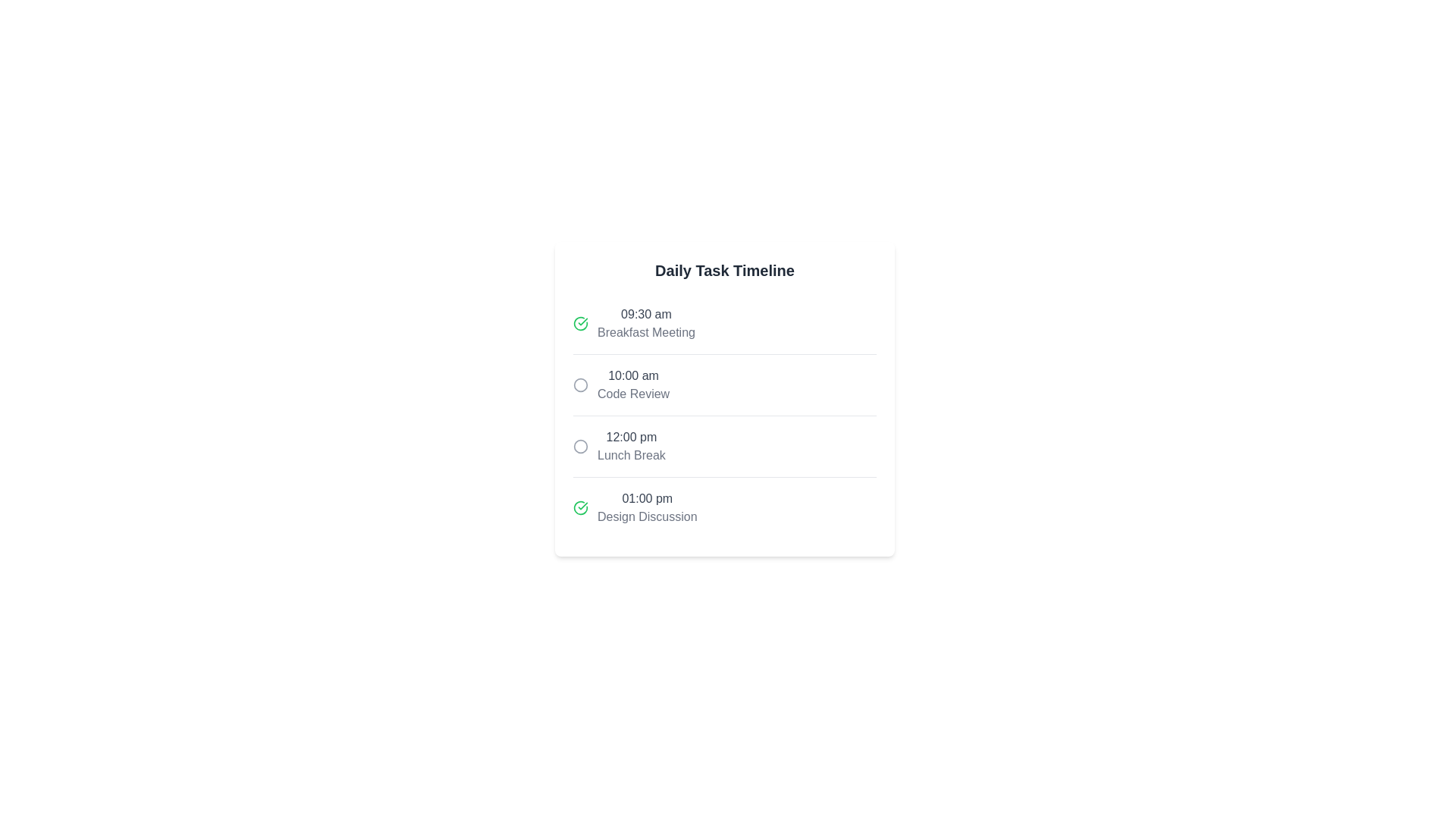 The image size is (1456, 819). Describe the element at coordinates (580, 323) in the screenshot. I see `the green circular icon with a checkmark indicating a completed status, located to the left of '09:30 am Breakfast Meeting' in the 'Daily Task Timeline' section` at that location.